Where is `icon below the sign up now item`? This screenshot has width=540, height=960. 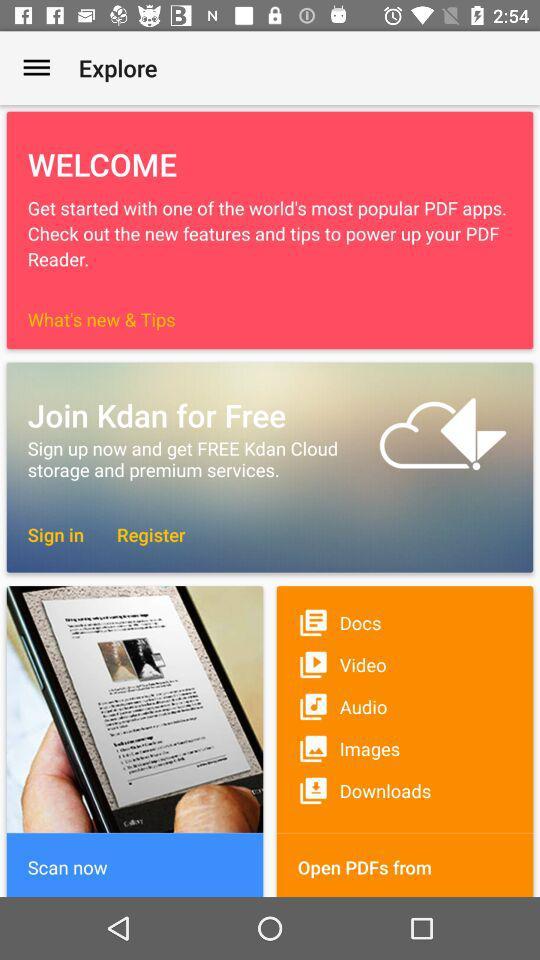 icon below the sign up now item is located at coordinates (55, 533).